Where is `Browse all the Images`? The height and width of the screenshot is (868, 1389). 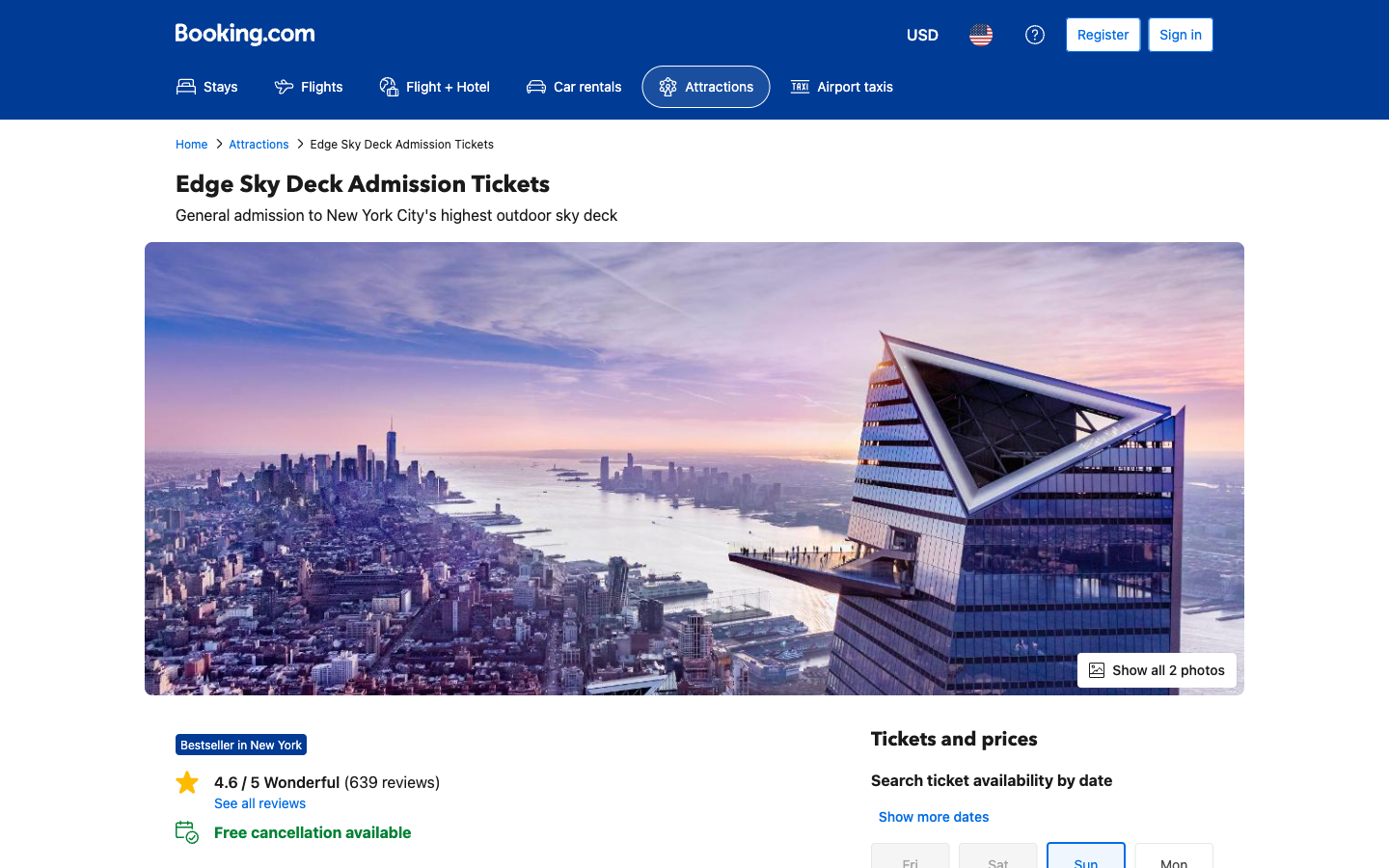 Browse all the Images is located at coordinates (1157, 668).